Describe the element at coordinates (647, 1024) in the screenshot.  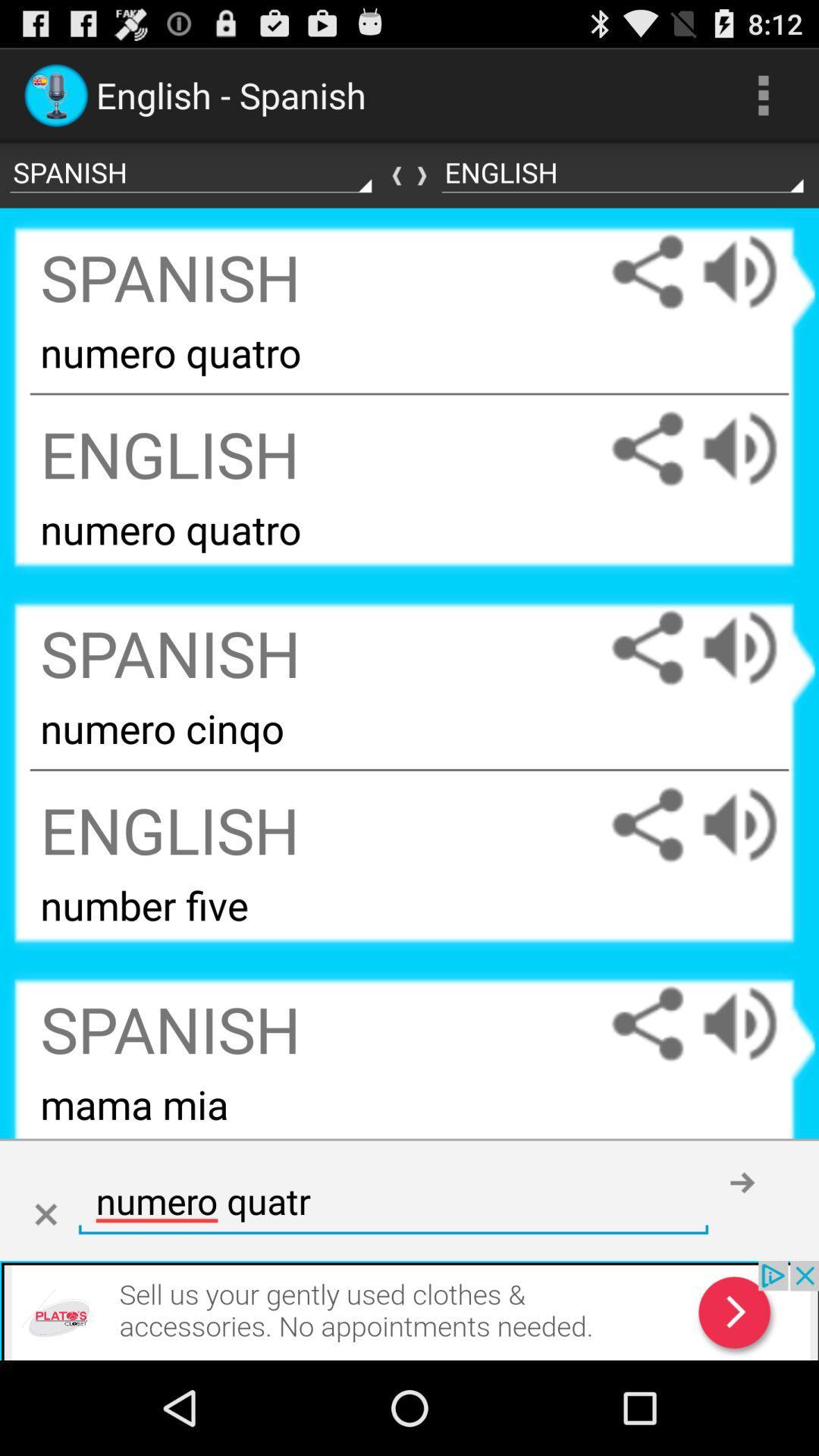
I see `share button` at that location.